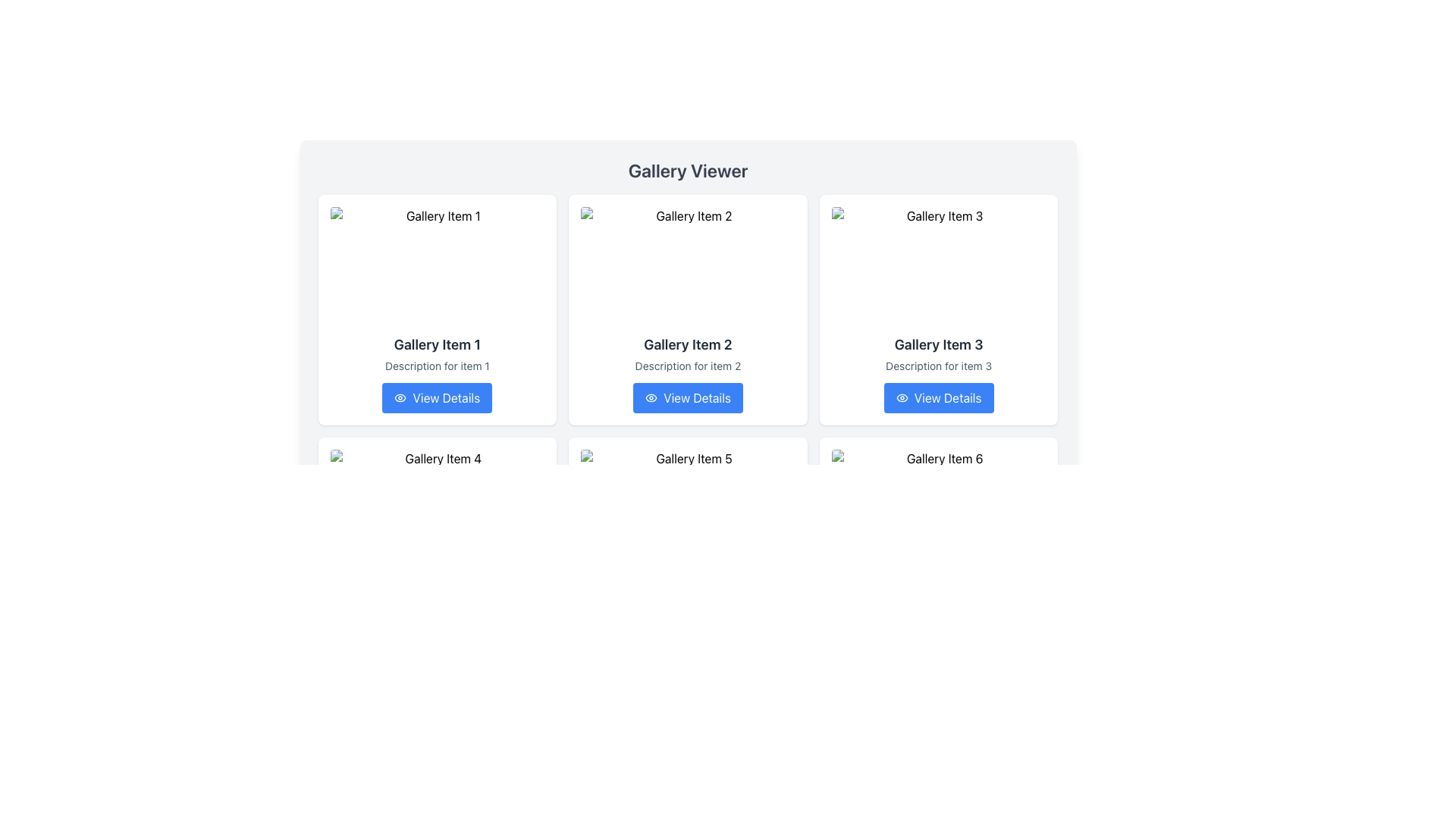 The height and width of the screenshot is (819, 1456). Describe the element at coordinates (687, 366) in the screenshot. I see `the static text providing additional descriptive information about 'Gallery Item 2', located below its title and above the 'View Details' button` at that location.